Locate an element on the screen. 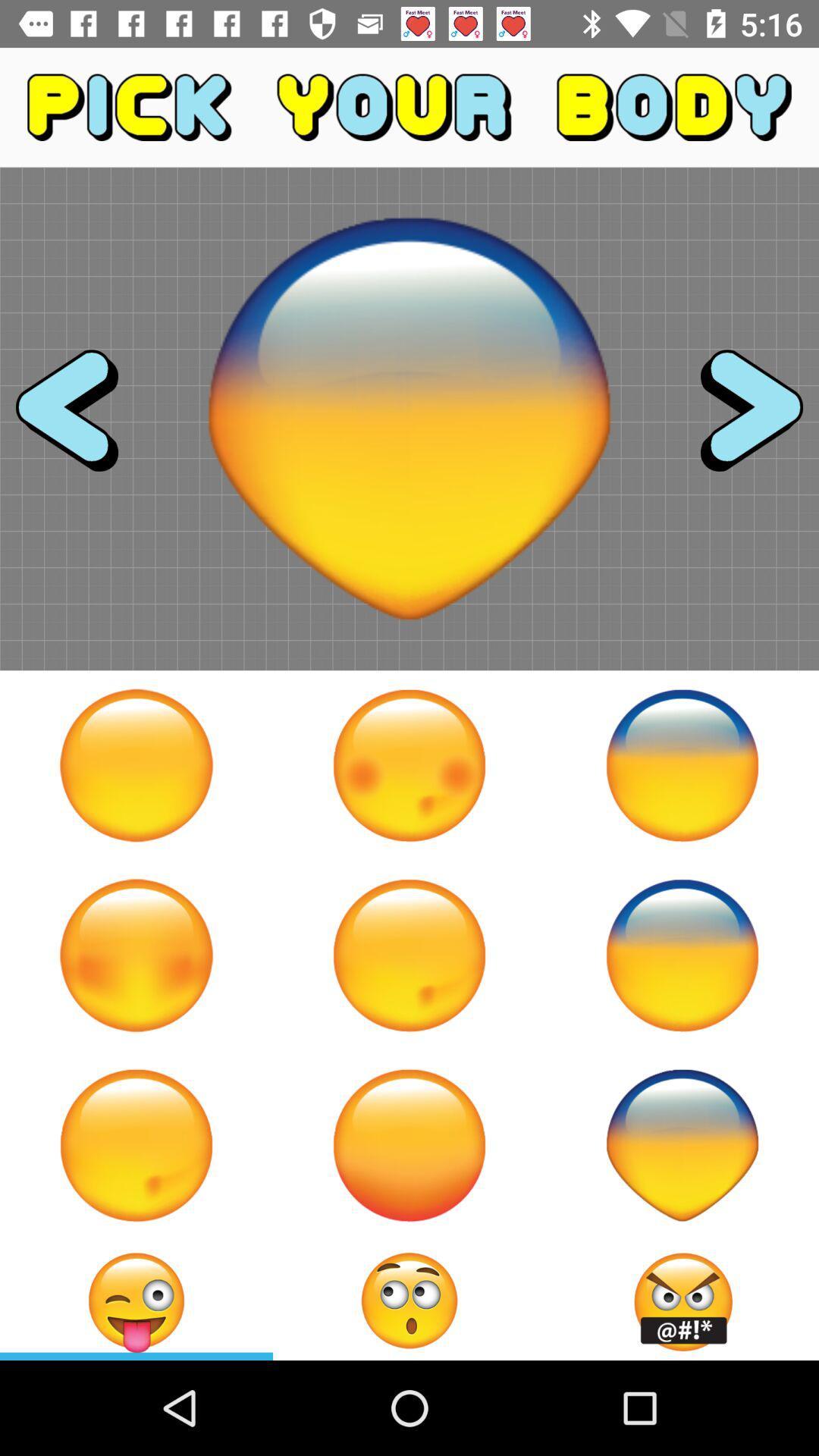 Image resolution: width=819 pixels, height=1456 pixels. the icon at the top right corner is located at coordinates (737, 419).